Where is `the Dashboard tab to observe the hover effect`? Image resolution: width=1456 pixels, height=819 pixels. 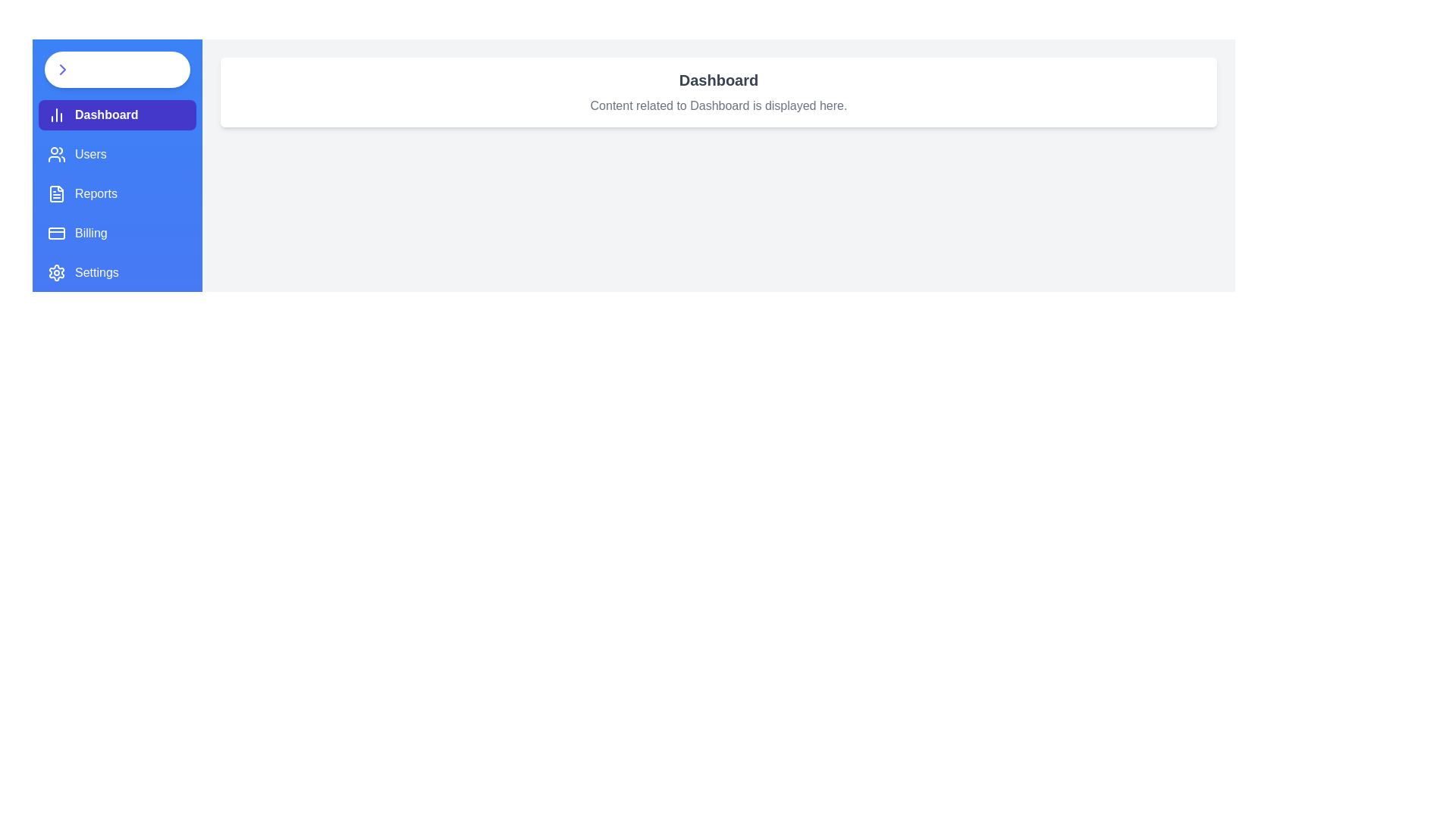 the Dashboard tab to observe the hover effect is located at coordinates (116, 114).